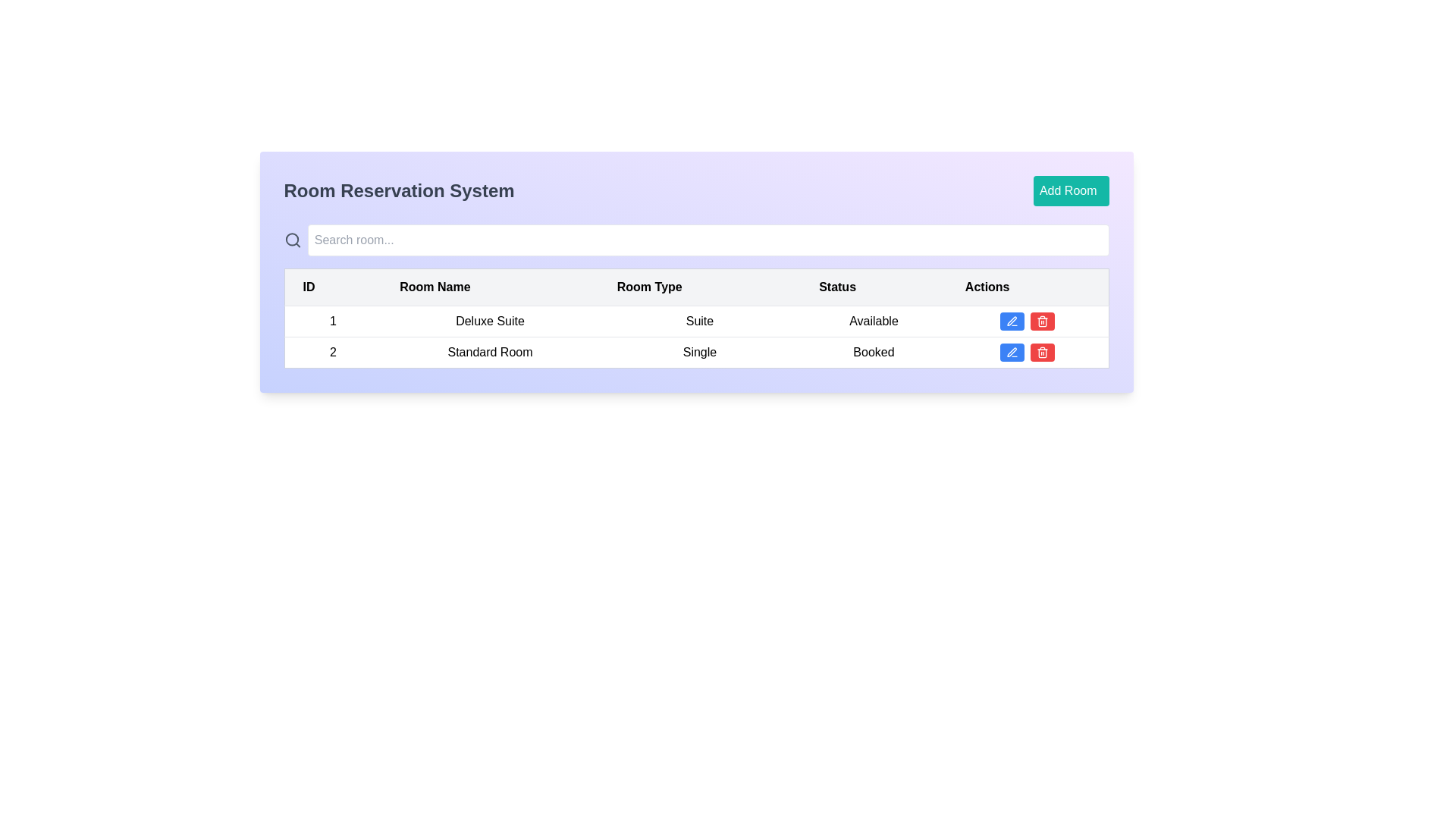  I want to click on the 'Booked' status text label located in the fourth column of the second row, adjacent to 'Single', so click(874, 353).